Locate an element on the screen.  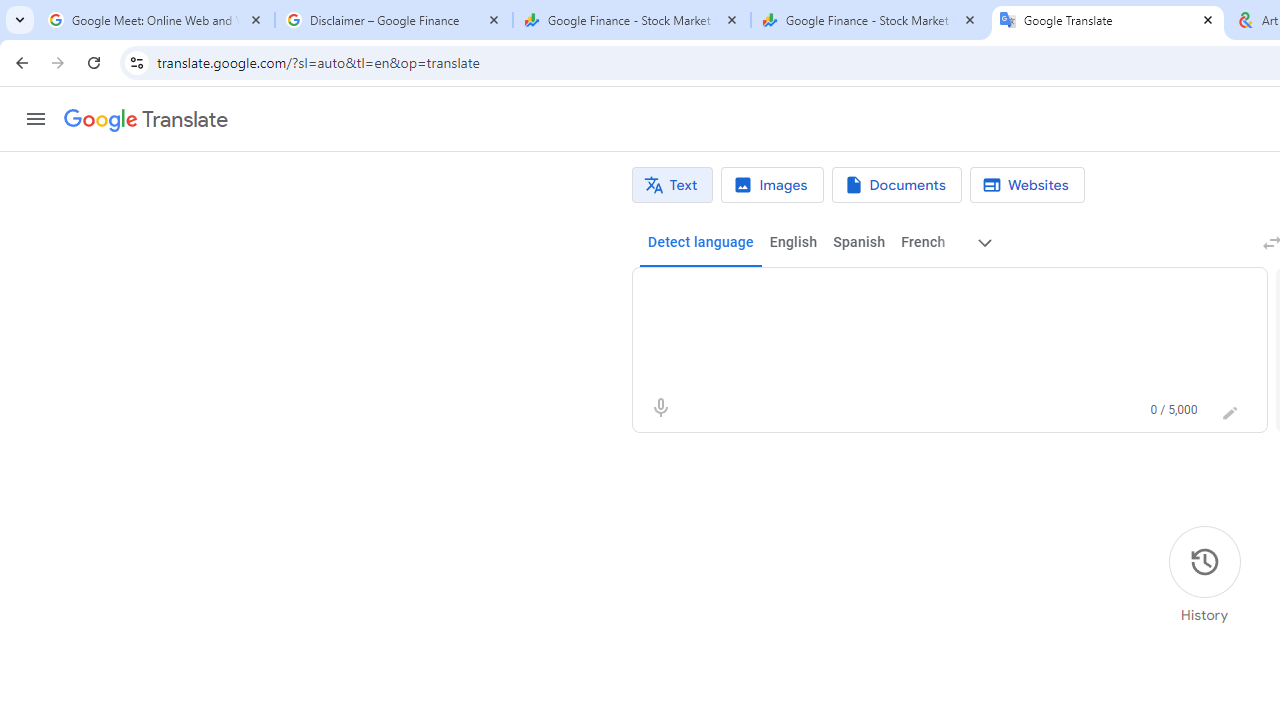
'English' is located at coordinates (792, 242).